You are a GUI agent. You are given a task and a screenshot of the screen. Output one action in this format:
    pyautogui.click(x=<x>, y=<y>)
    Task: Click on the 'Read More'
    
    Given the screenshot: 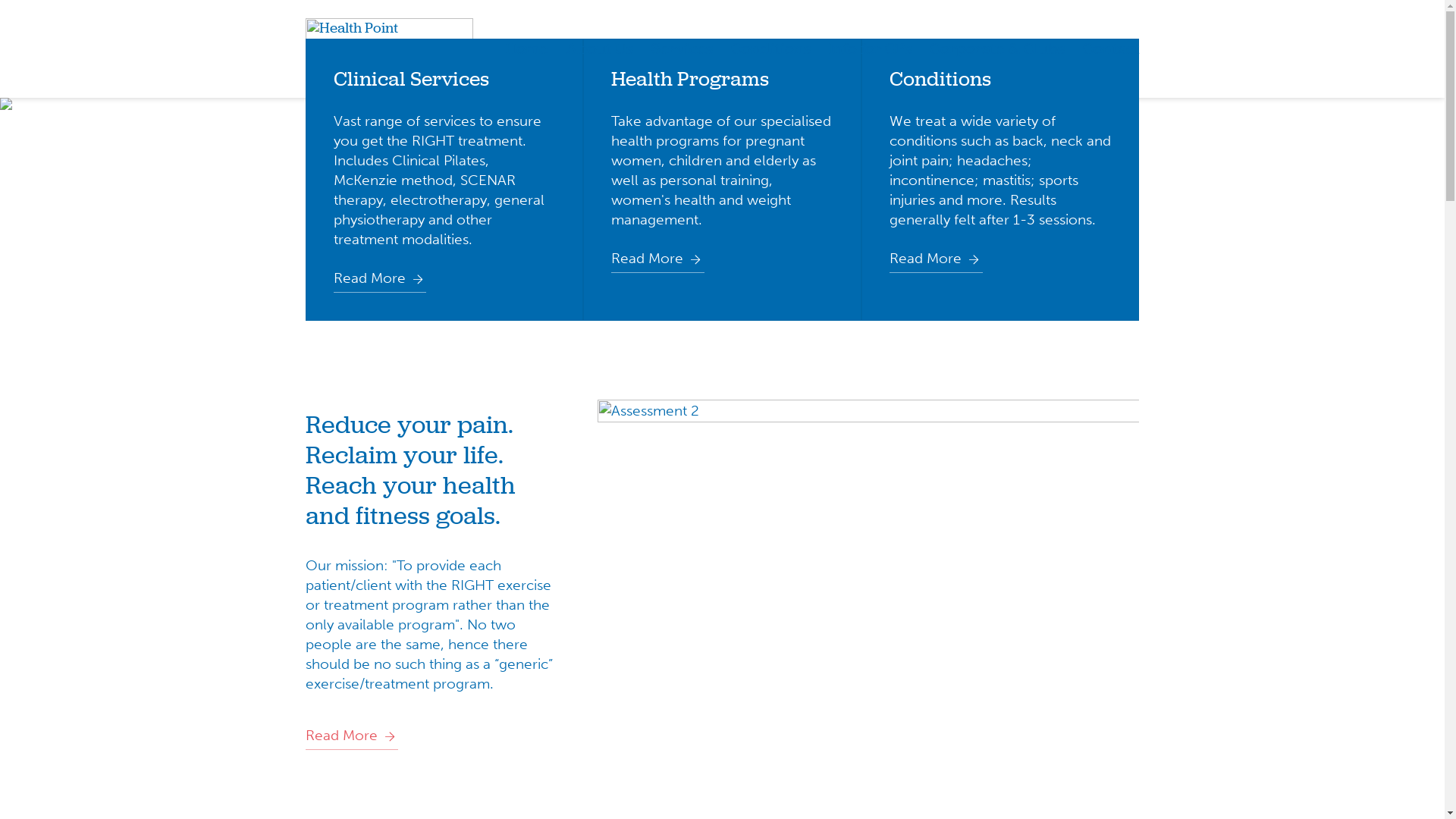 What is the action you would take?
    pyautogui.click(x=657, y=257)
    